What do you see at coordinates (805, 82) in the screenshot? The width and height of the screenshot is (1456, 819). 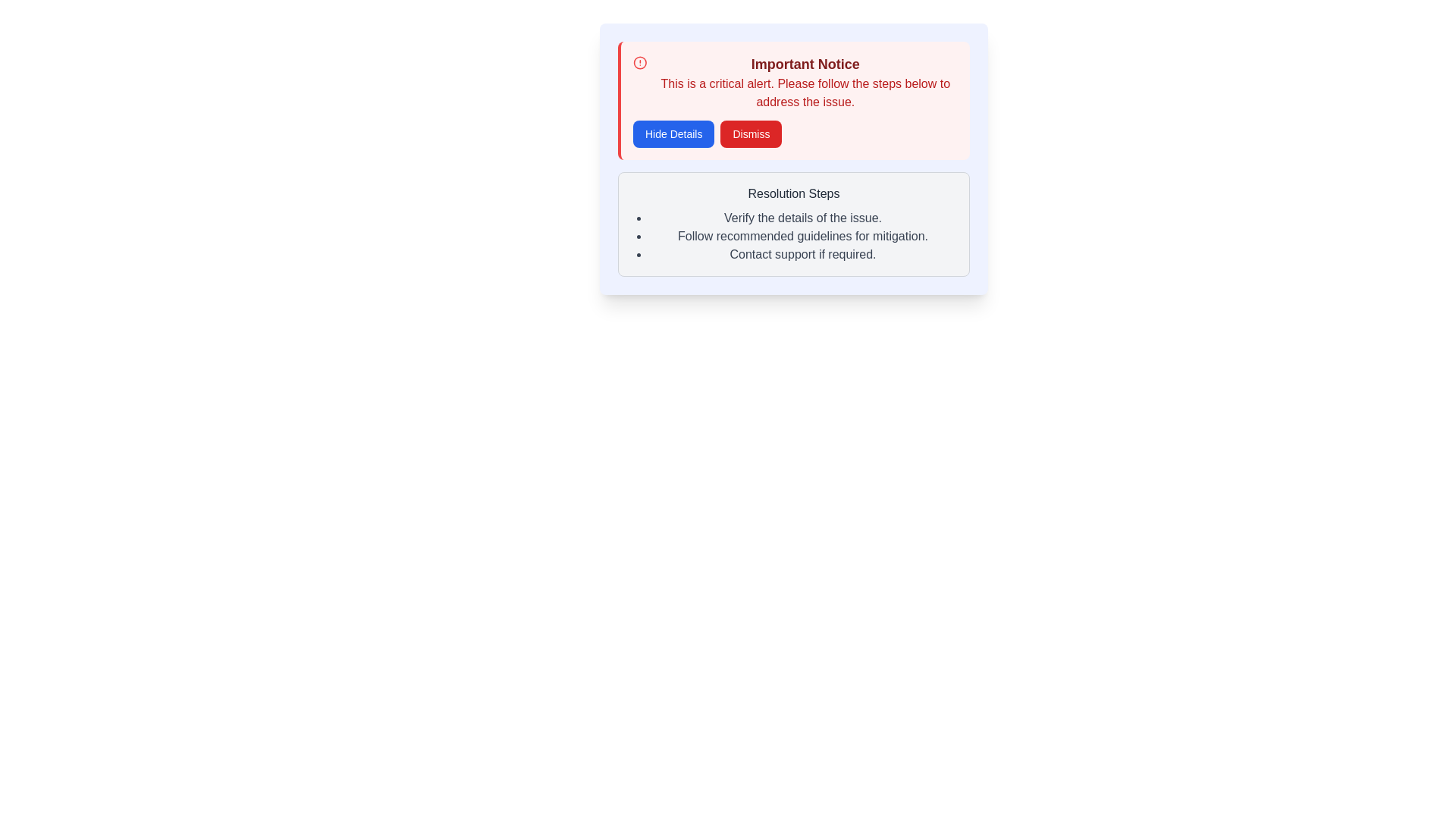 I see `alert text from the Text Block labeled 'Important Notice' which is visually emphasized in bold and deep red, followed by a smaller paragraph detailing the critical alert` at bounding box center [805, 82].